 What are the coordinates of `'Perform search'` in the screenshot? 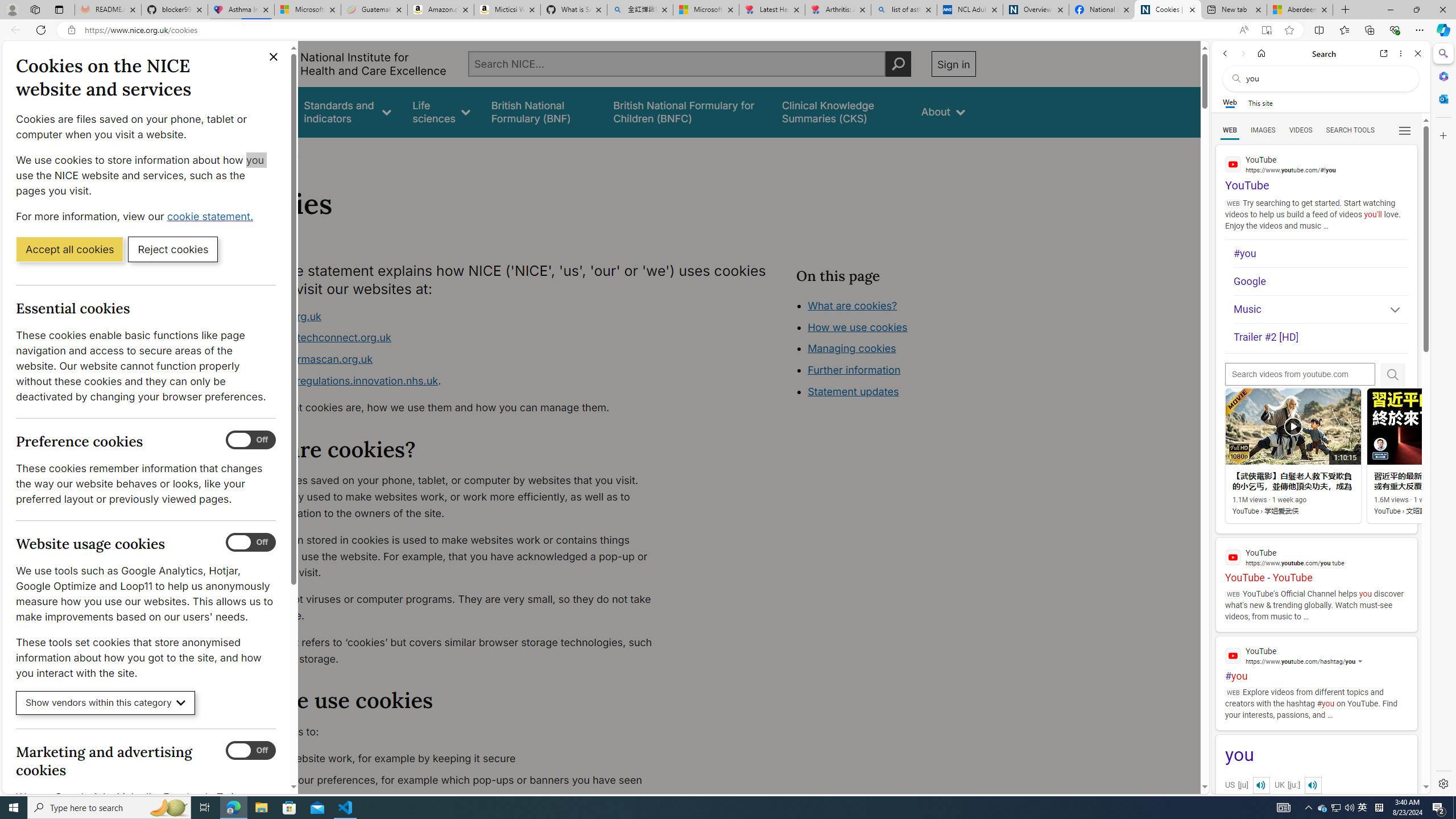 It's located at (897, 63).